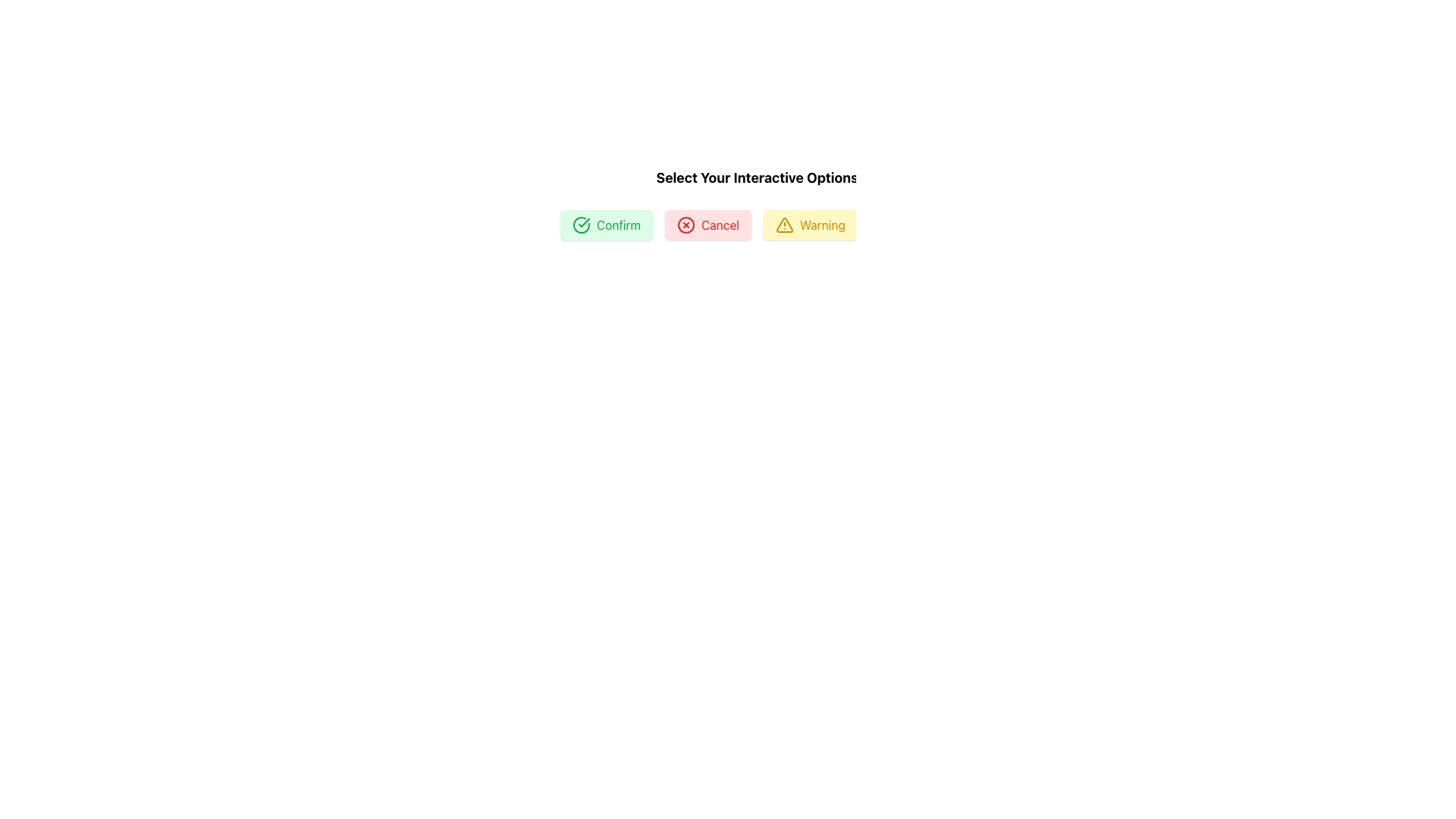  Describe the element at coordinates (783, 225) in the screenshot. I see `the warning icon located to the left of the 'Warning' text label, which is styled with a yellow background and rounded edges` at that location.